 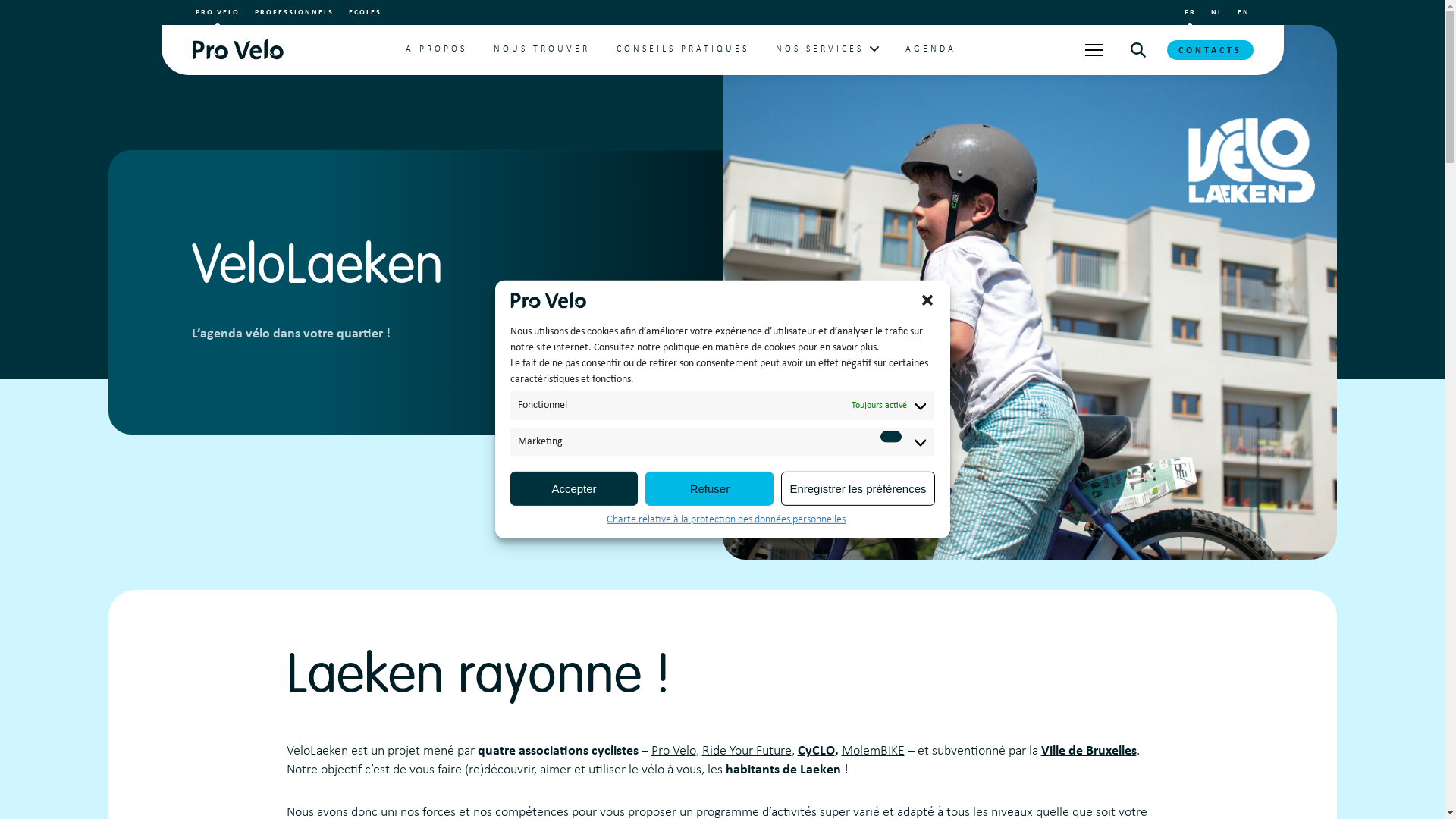 What do you see at coordinates (1208, 49) in the screenshot?
I see `'CONTACTS'` at bounding box center [1208, 49].